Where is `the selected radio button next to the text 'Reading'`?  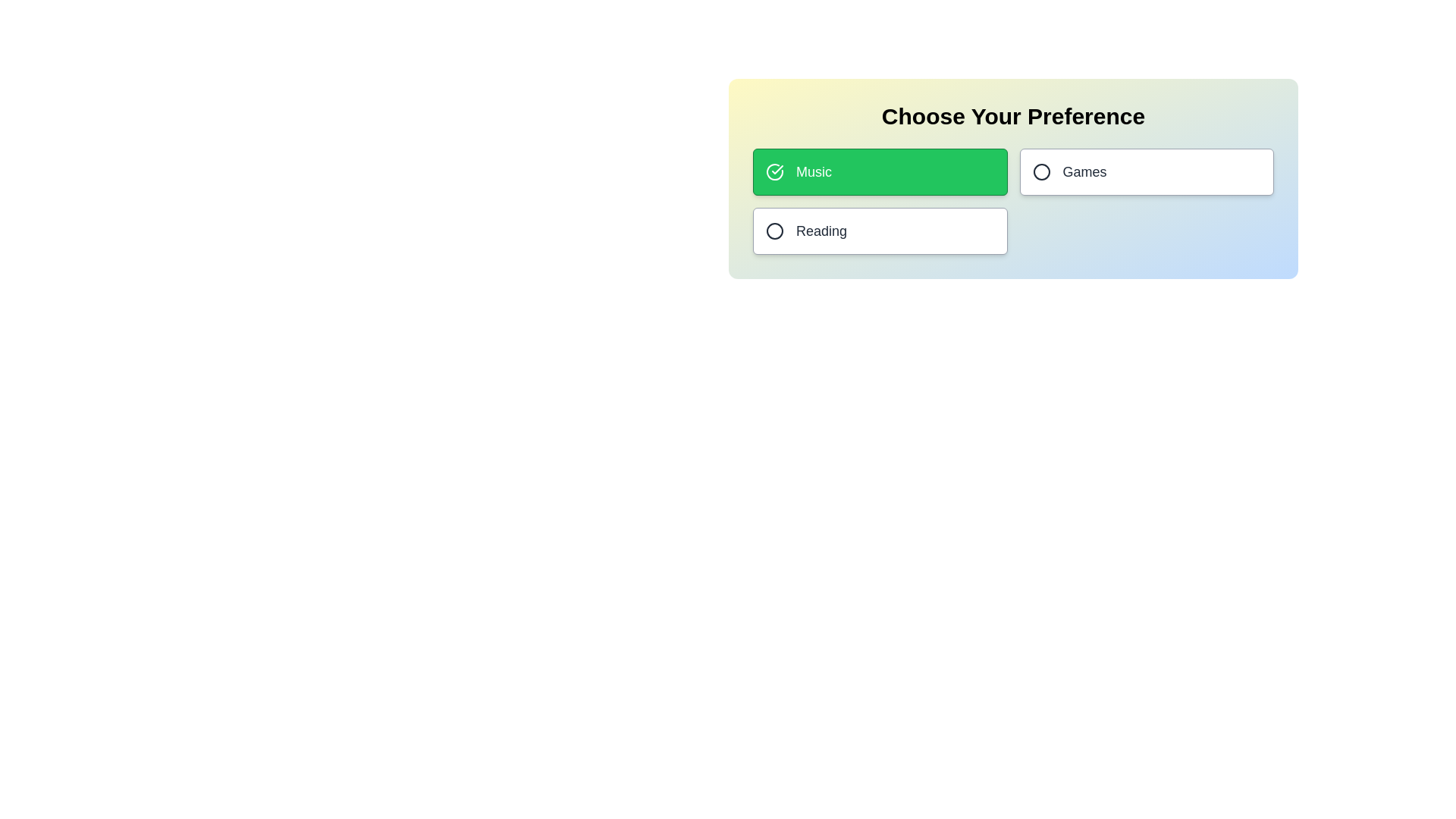 the selected radio button next to the text 'Reading' is located at coordinates (775, 231).